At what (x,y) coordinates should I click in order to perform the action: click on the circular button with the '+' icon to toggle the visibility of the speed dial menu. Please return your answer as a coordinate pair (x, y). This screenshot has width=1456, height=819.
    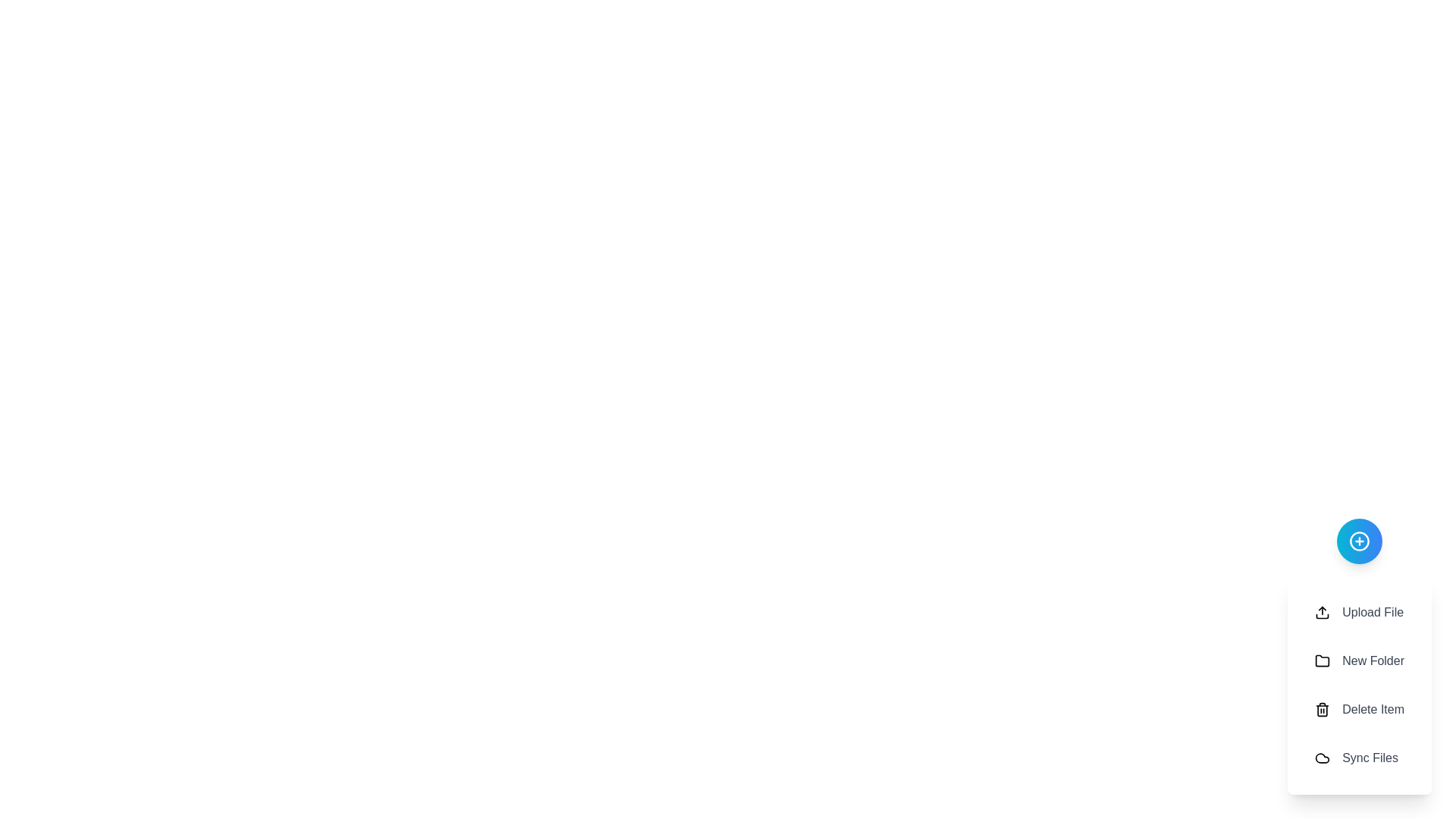
    Looking at the image, I should click on (1360, 540).